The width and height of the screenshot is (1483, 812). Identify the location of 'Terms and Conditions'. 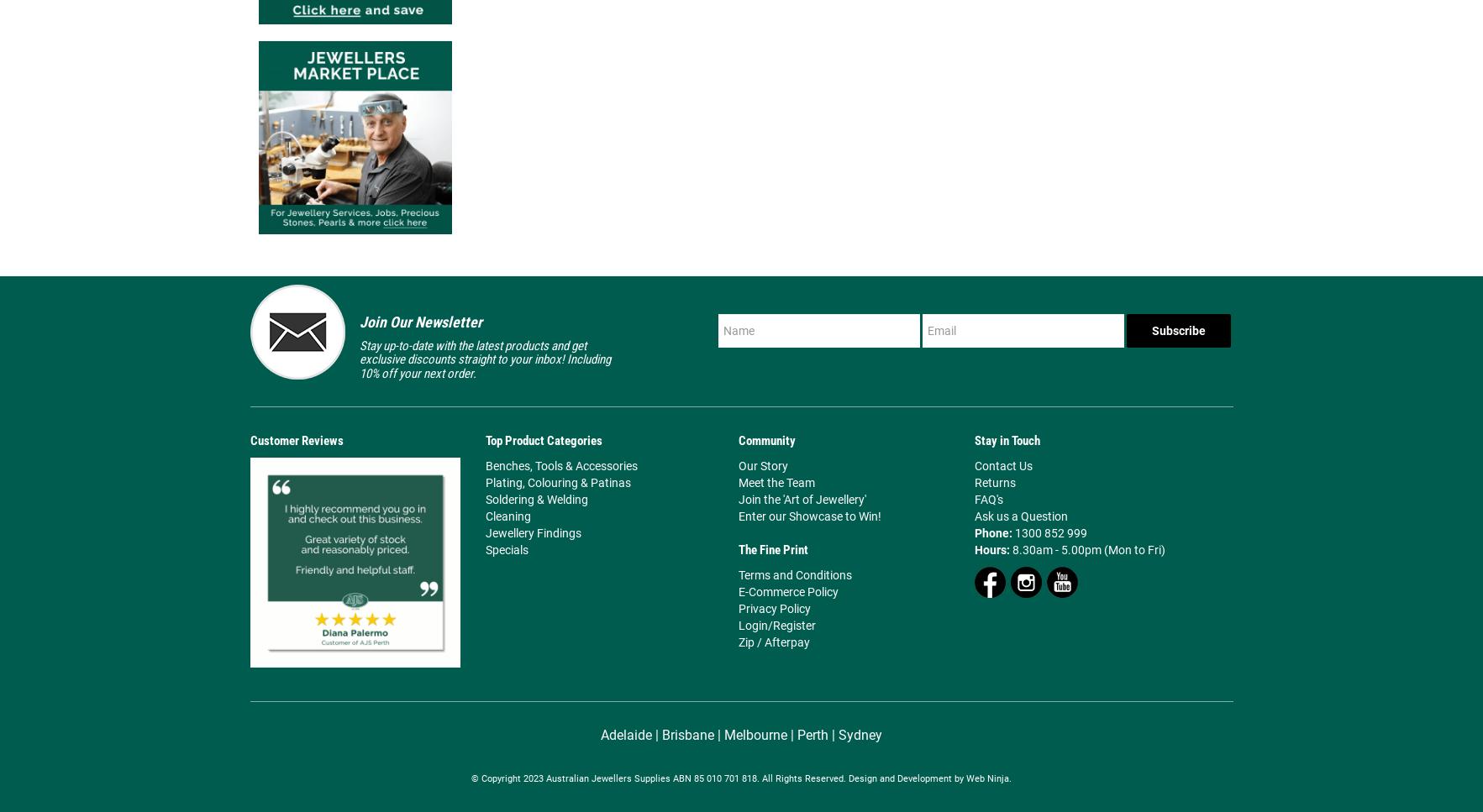
(795, 575).